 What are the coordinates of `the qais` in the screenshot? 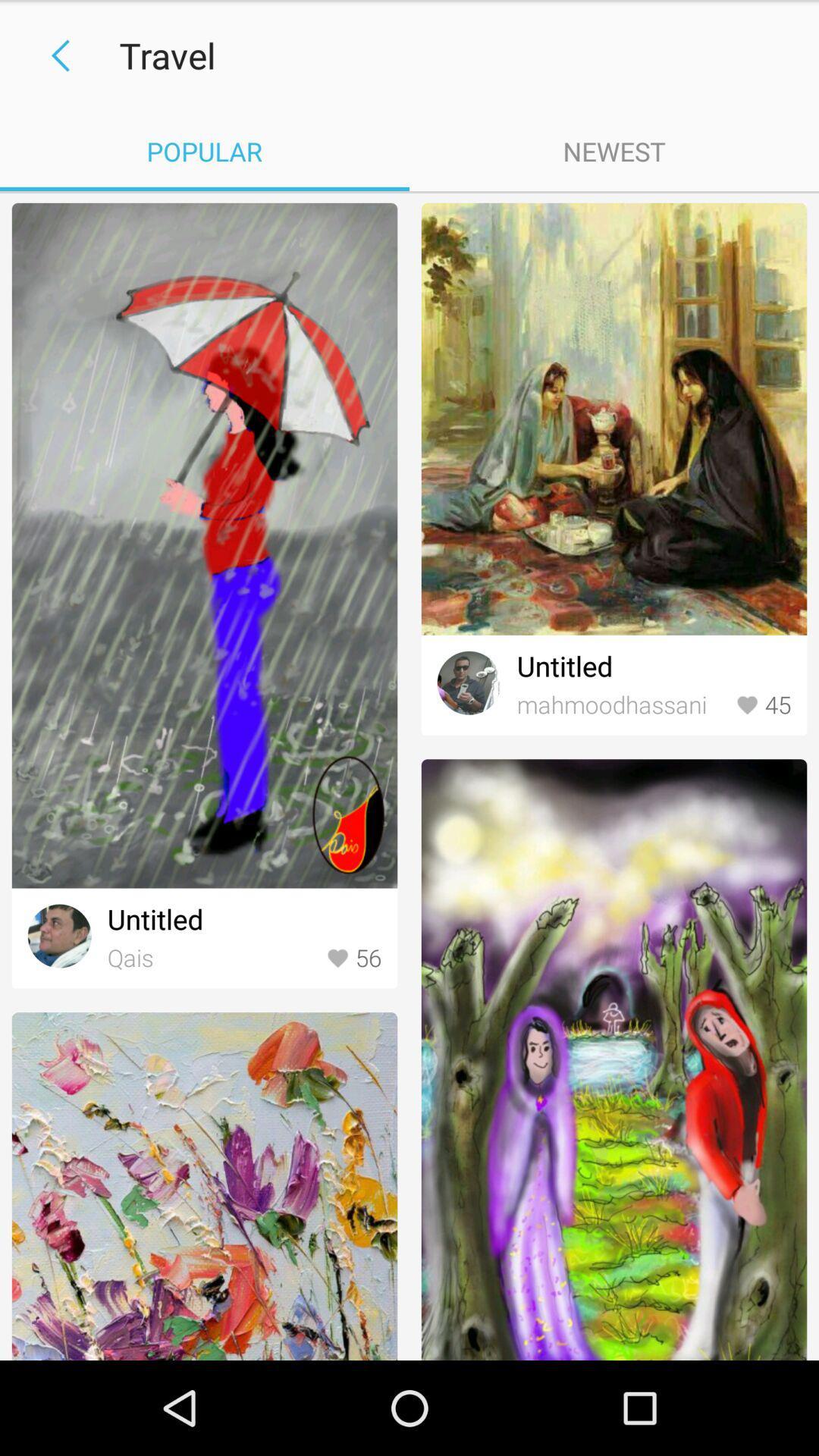 It's located at (213, 958).